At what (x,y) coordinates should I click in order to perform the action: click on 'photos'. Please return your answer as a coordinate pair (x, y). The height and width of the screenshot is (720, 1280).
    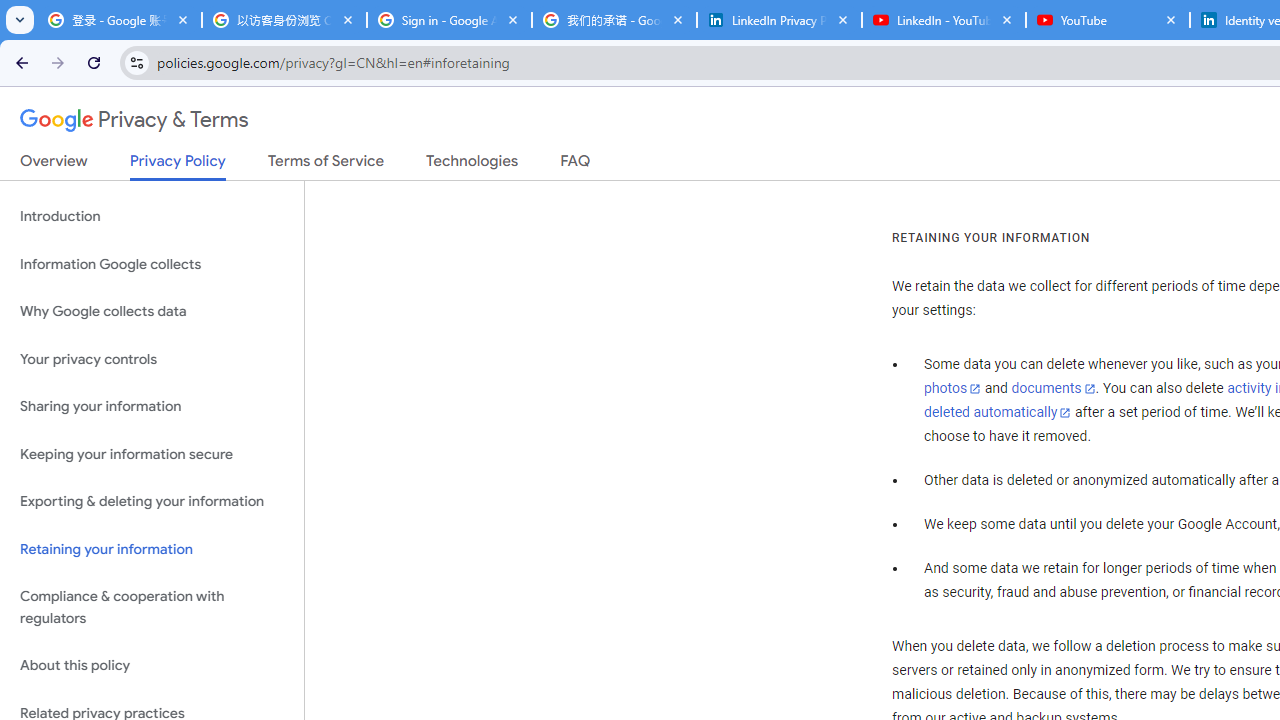
    Looking at the image, I should click on (951, 389).